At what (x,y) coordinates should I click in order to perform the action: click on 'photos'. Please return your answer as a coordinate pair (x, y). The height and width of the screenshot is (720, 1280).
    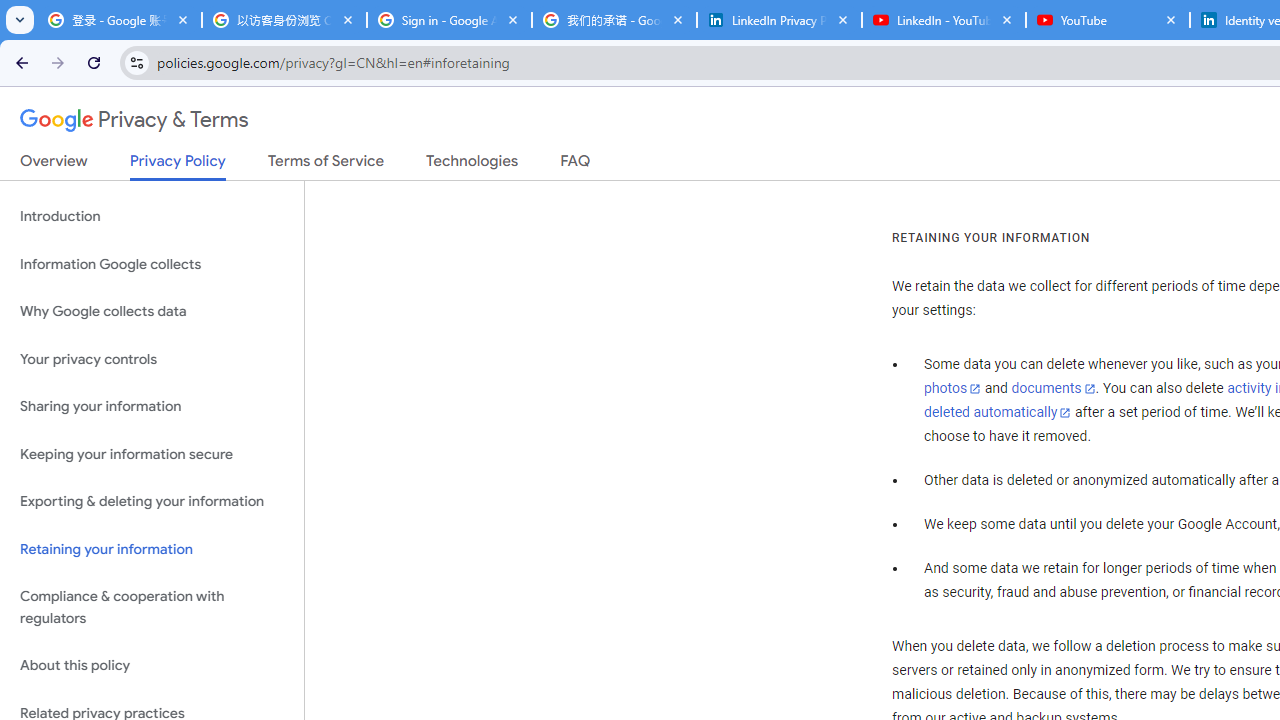
    Looking at the image, I should click on (951, 389).